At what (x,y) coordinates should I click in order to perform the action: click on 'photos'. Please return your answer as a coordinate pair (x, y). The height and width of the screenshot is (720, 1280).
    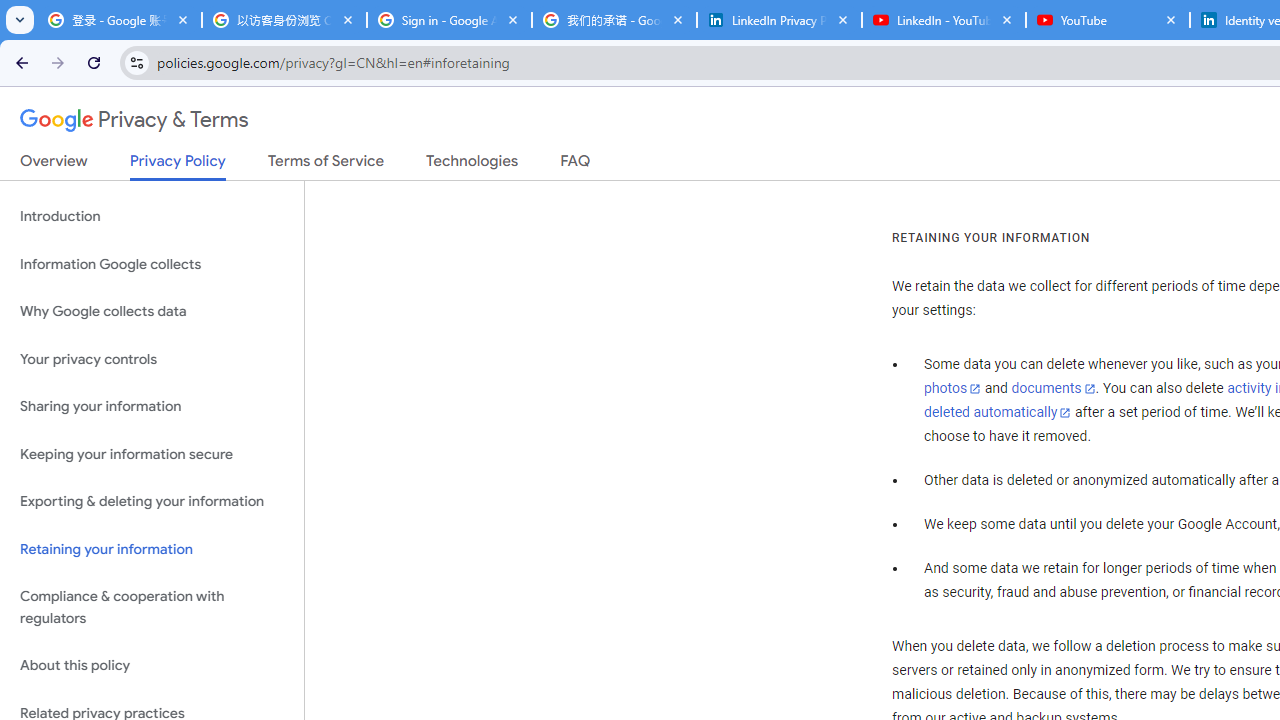
    Looking at the image, I should click on (951, 389).